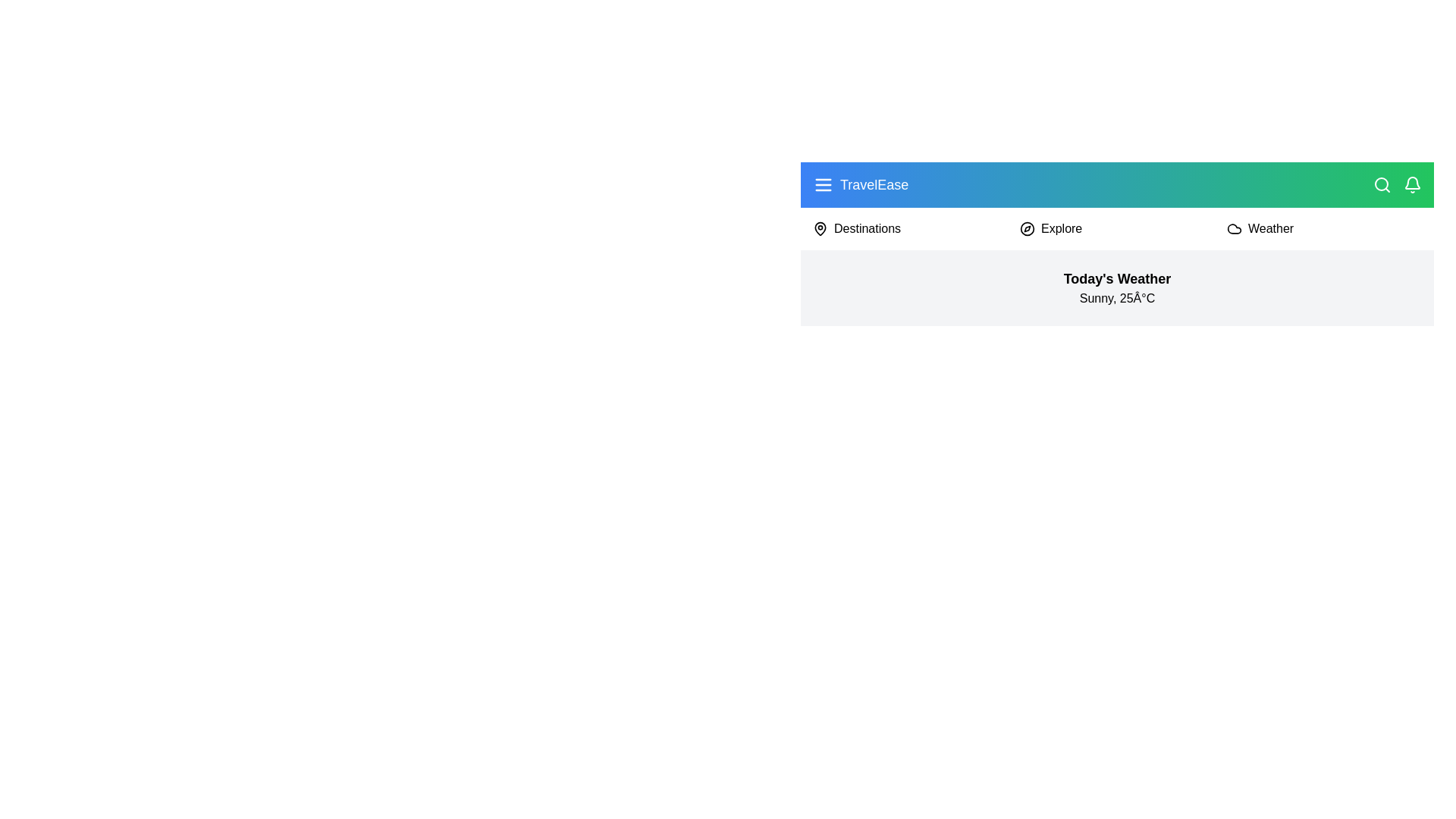 The width and height of the screenshot is (1456, 819). Describe the element at coordinates (1117, 288) in the screenshot. I see `the 'Today's Weather' section to interact with it` at that location.